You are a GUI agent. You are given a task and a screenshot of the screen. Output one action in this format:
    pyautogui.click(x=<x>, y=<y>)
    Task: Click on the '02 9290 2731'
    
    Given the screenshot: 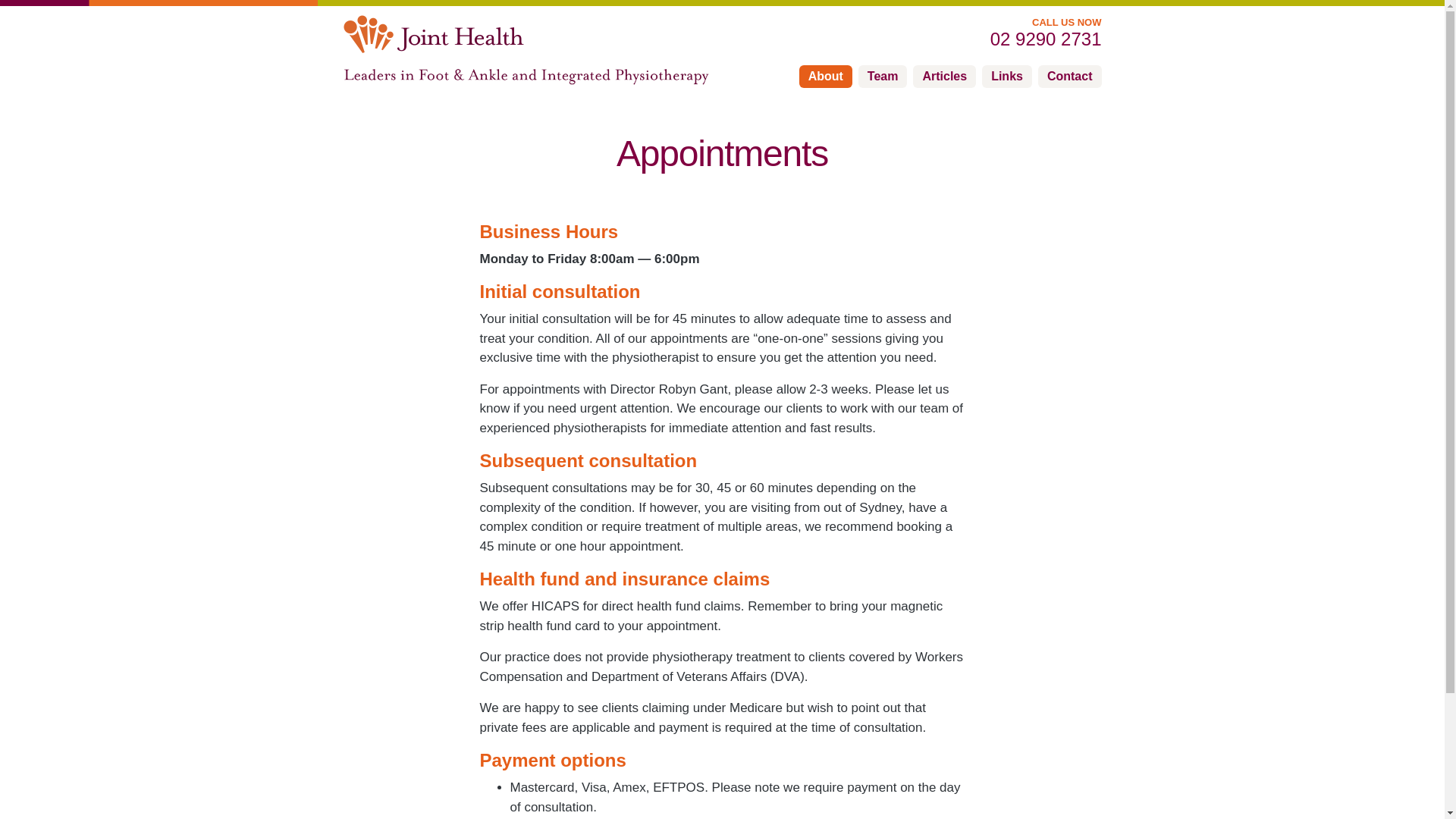 What is the action you would take?
    pyautogui.click(x=979, y=38)
    